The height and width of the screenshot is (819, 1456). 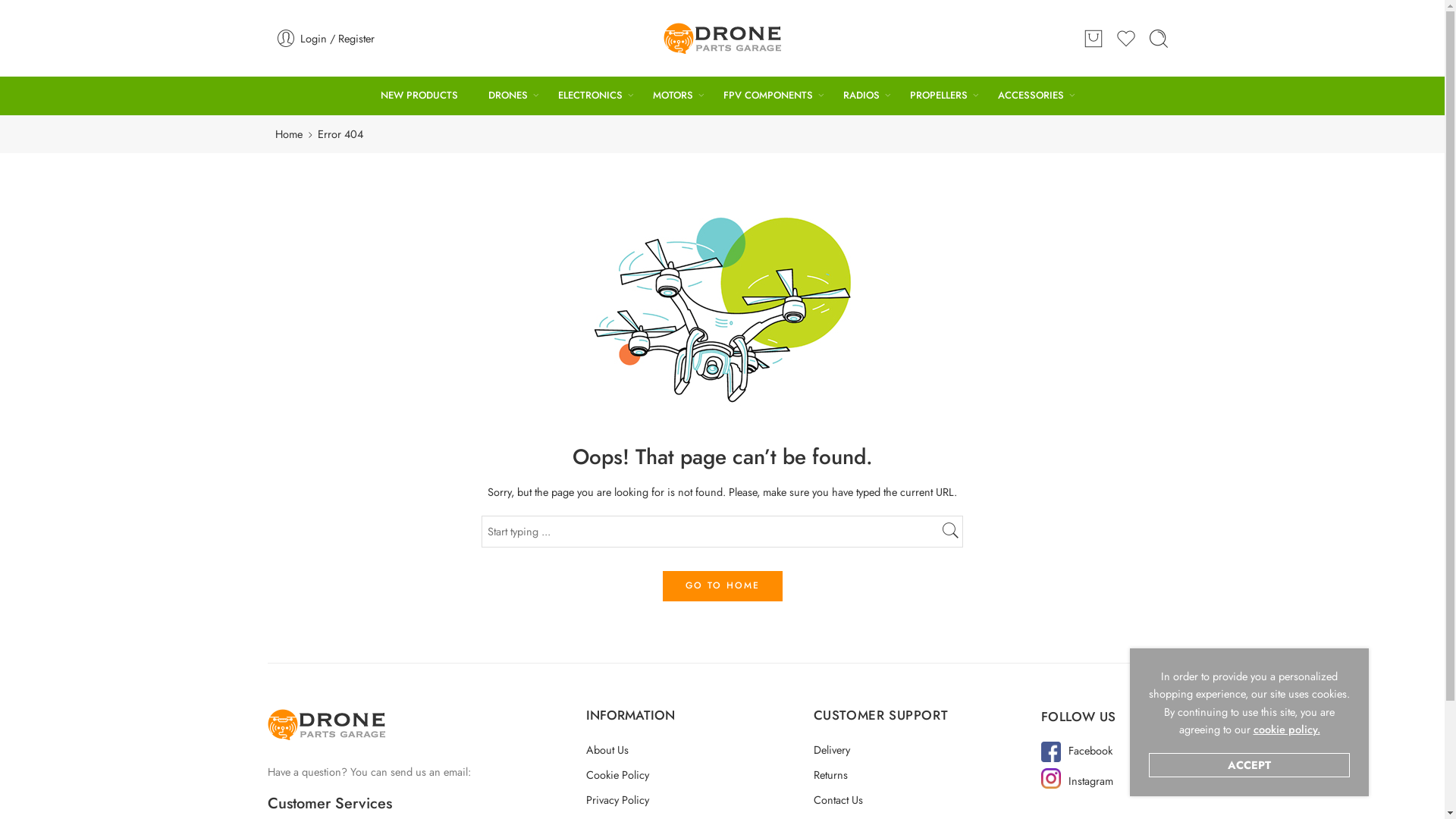 I want to click on 'Search', so click(x=1147, y=37).